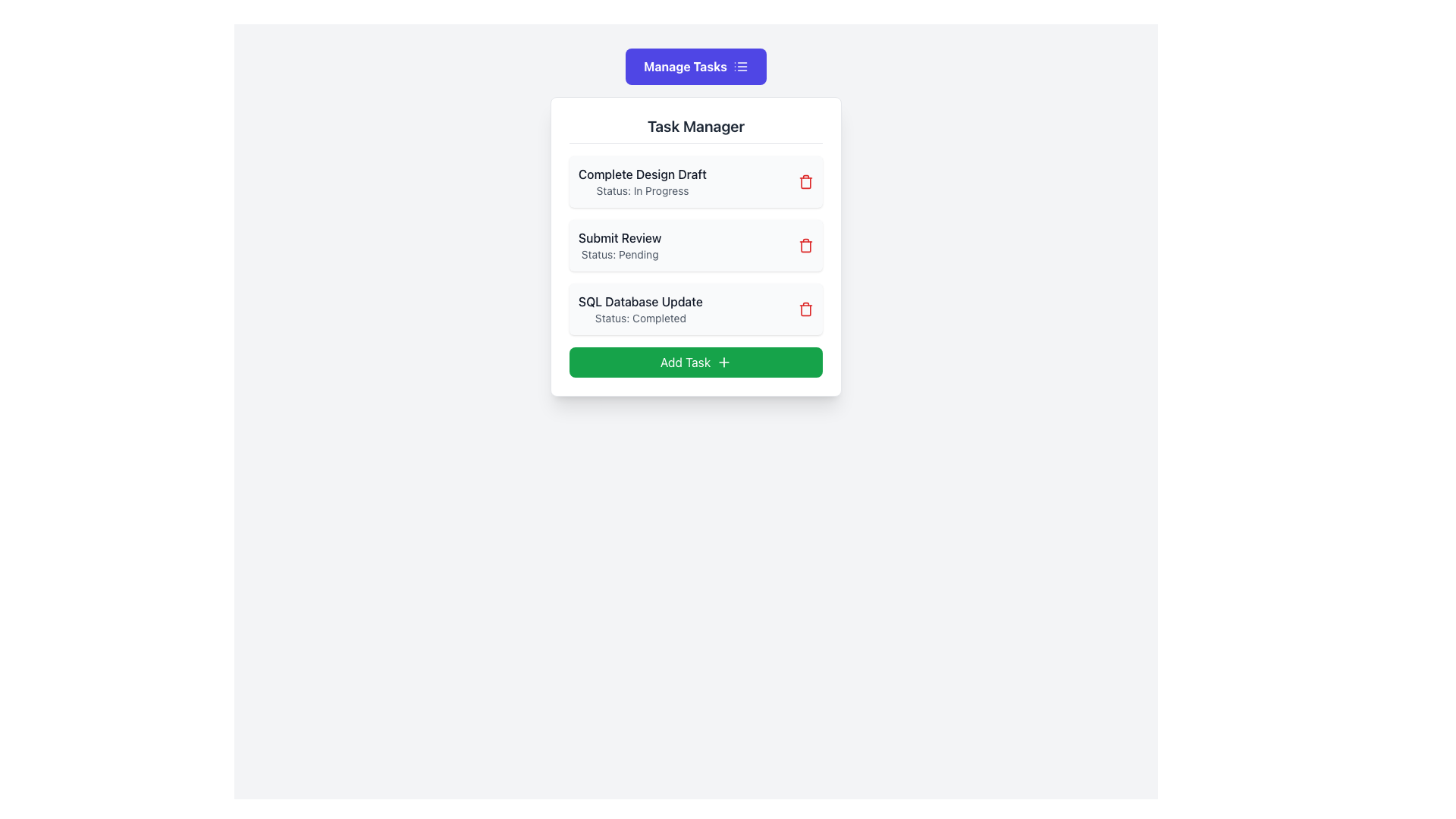 Image resolution: width=1456 pixels, height=819 pixels. I want to click on the small-plus icon located to the right of the 'Add Task' button, which features a green background and a white cross, so click(723, 362).